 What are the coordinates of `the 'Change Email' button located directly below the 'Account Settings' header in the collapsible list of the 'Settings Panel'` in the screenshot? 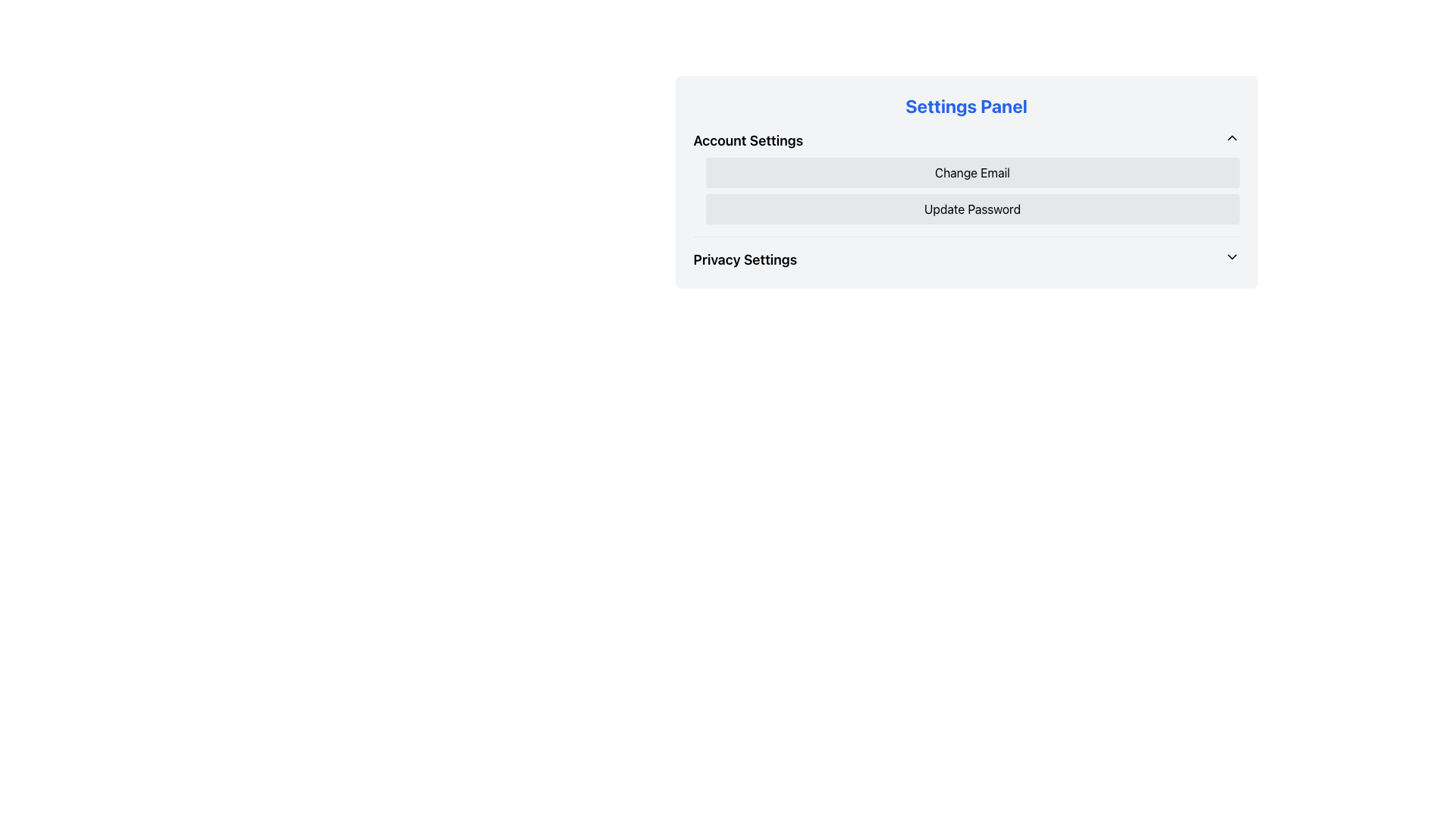 It's located at (965, 183).